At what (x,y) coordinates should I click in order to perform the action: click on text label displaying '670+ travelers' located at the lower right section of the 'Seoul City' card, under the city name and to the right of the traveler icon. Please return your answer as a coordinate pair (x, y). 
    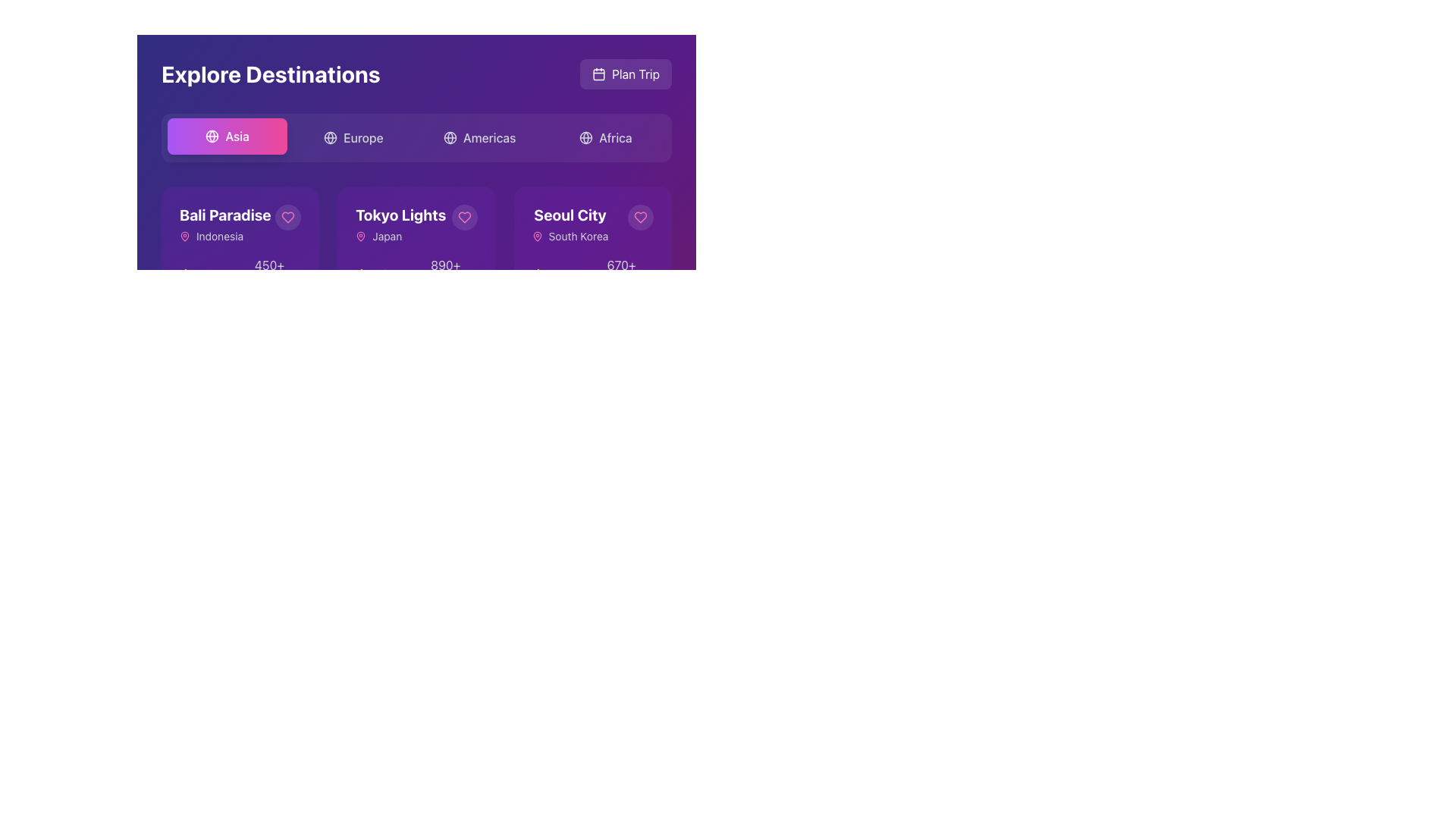
    Looking at the image, I should click on (621, 275).